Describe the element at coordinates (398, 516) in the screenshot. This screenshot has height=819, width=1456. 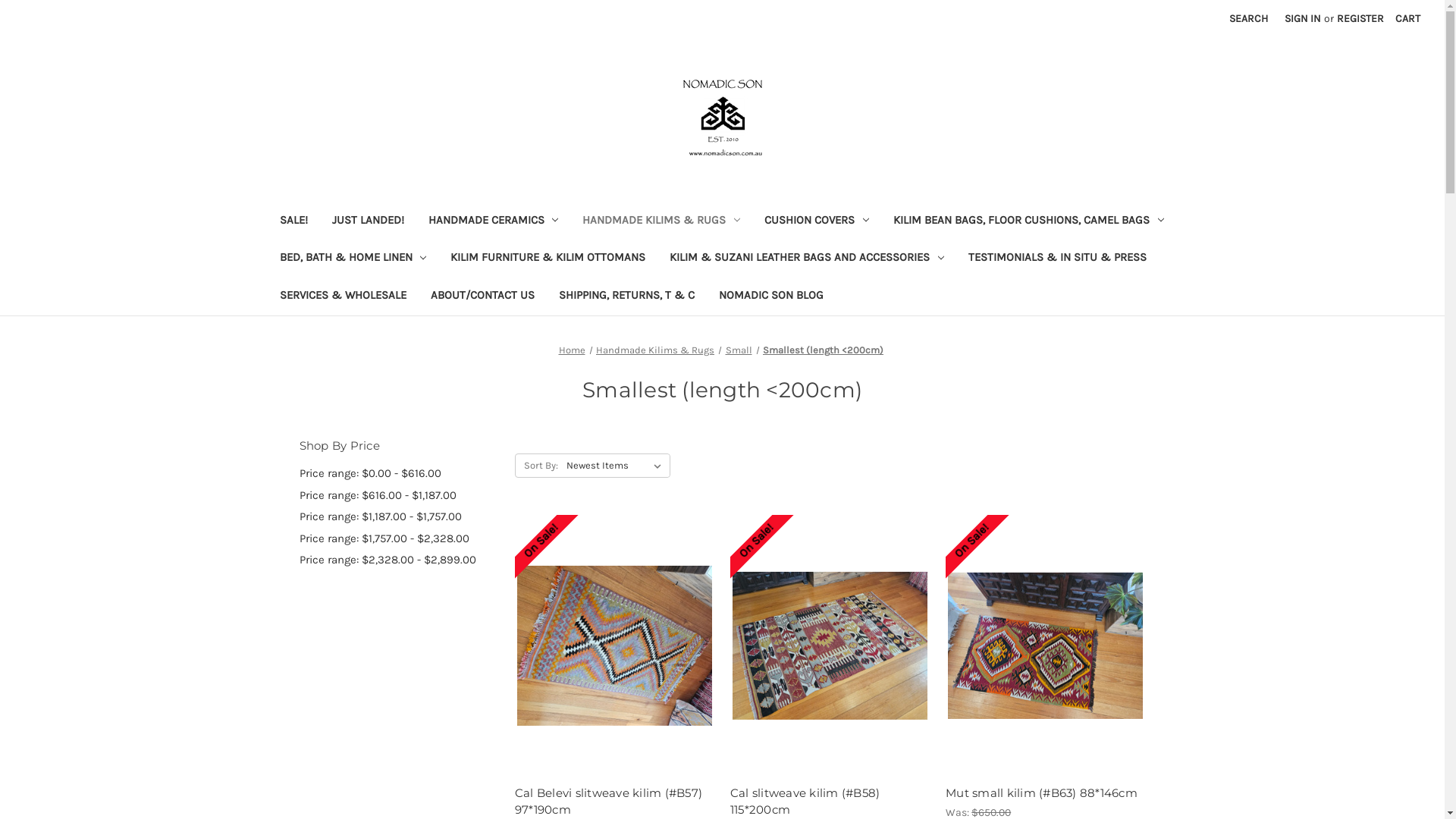
I see `'Price range: $1,187.00 - $1,757.00'` at that location.